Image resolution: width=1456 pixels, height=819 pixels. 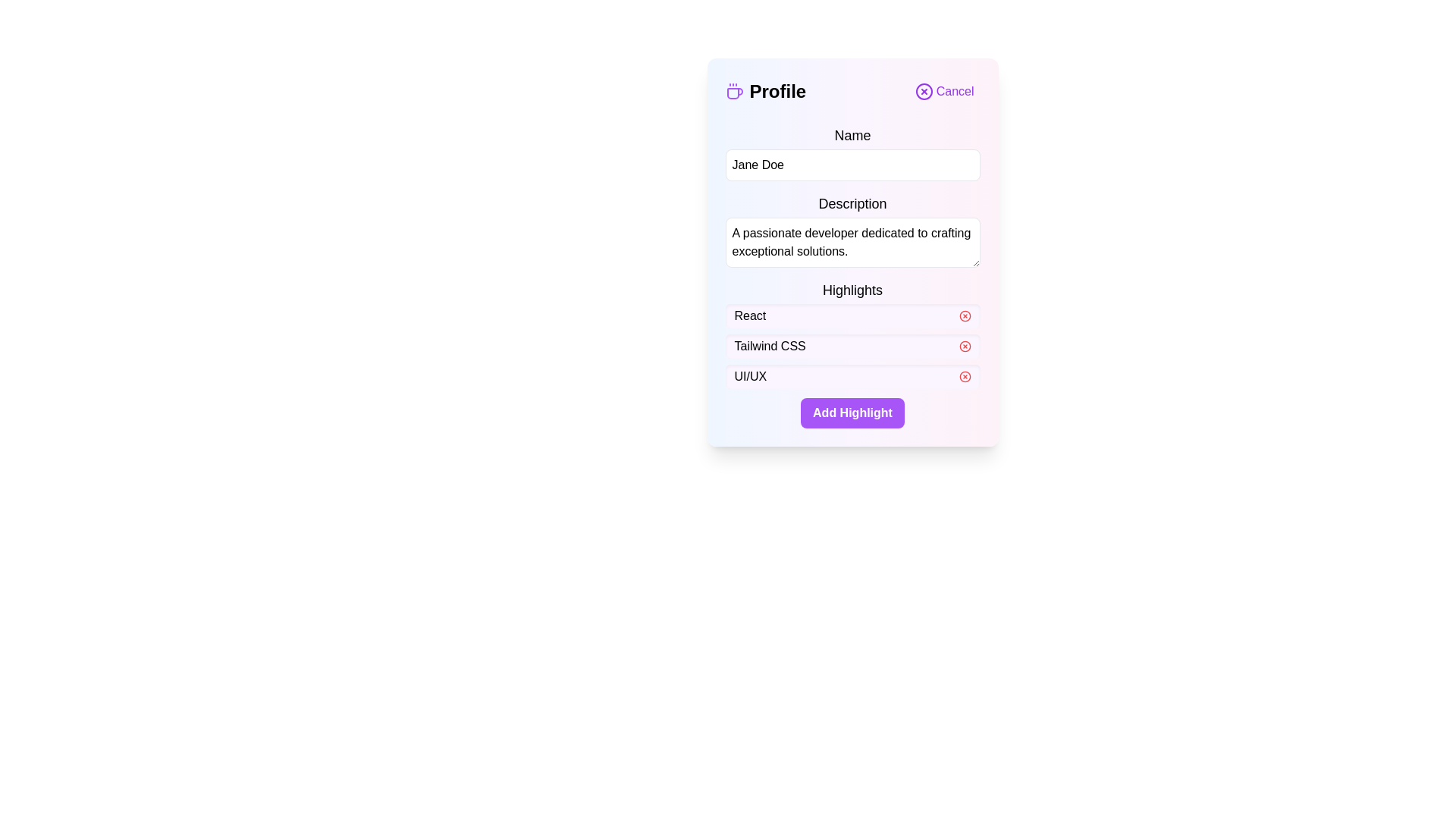 I want to click on the 'Tailwind CSS' text label, which is displayed in a stylized box with a purple background within the 'Highlights' section of the profile card interface, so click(x=770, y=346).